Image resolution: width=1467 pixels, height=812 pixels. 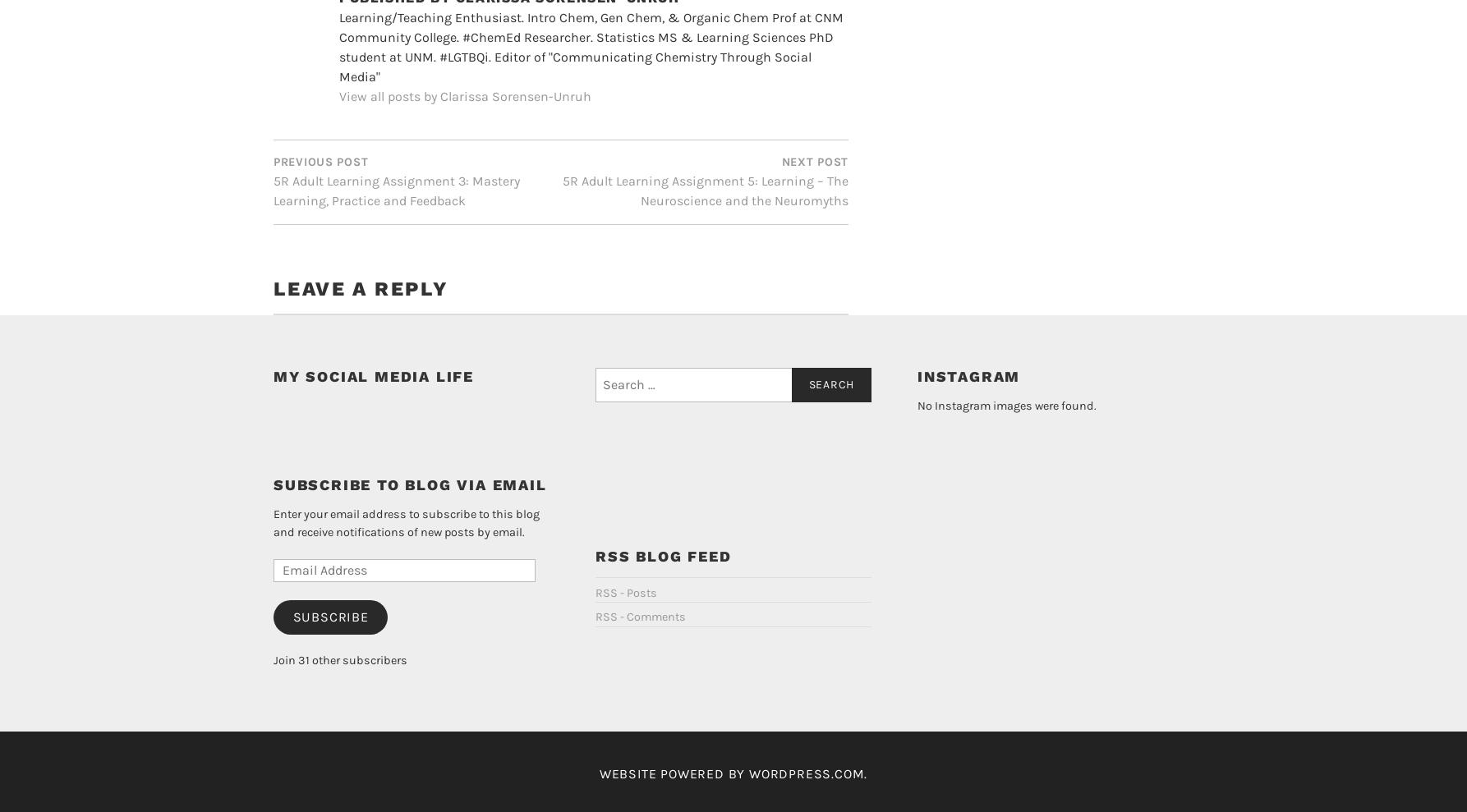 What do you see at coordinates (320, 134) in the screenshot?
I see `'Previous Post'` at bounding box center [320, 134].